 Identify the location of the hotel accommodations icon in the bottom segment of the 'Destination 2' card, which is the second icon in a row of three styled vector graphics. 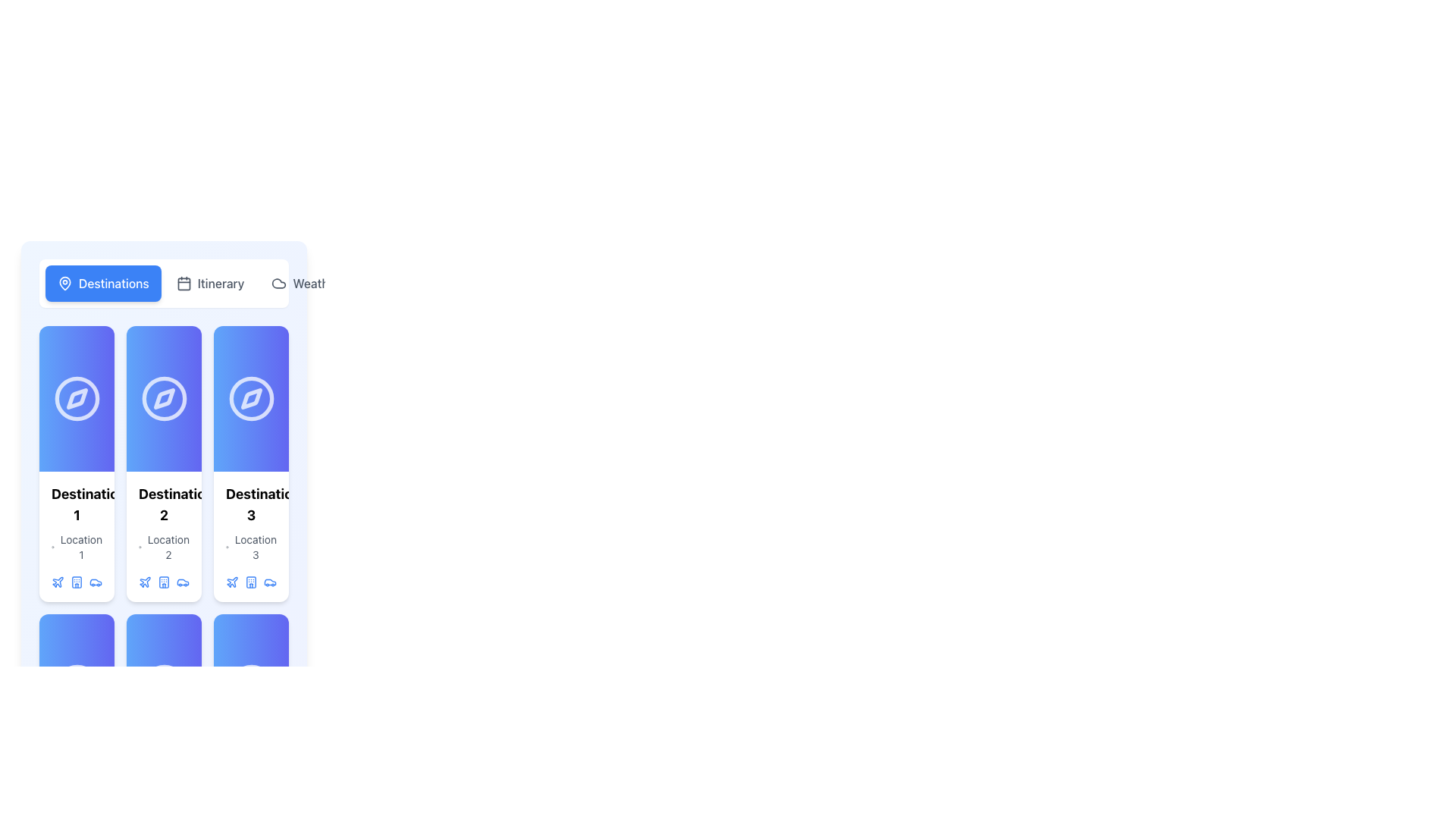
(164, 581).